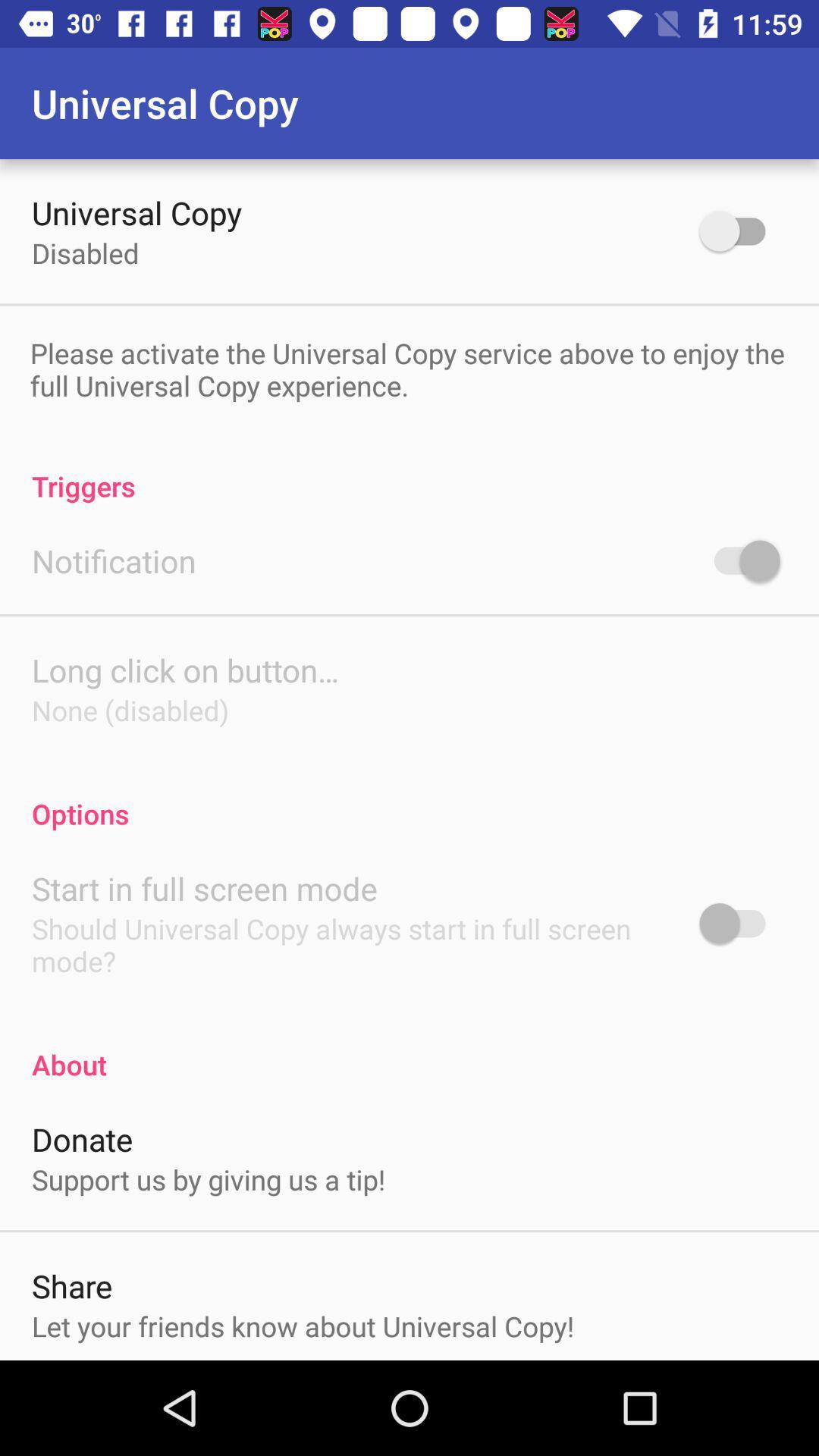  What do you see at coordinates (739, 230) in the screenshot?
I see `universal copy option` at bounding box center [739, 230].